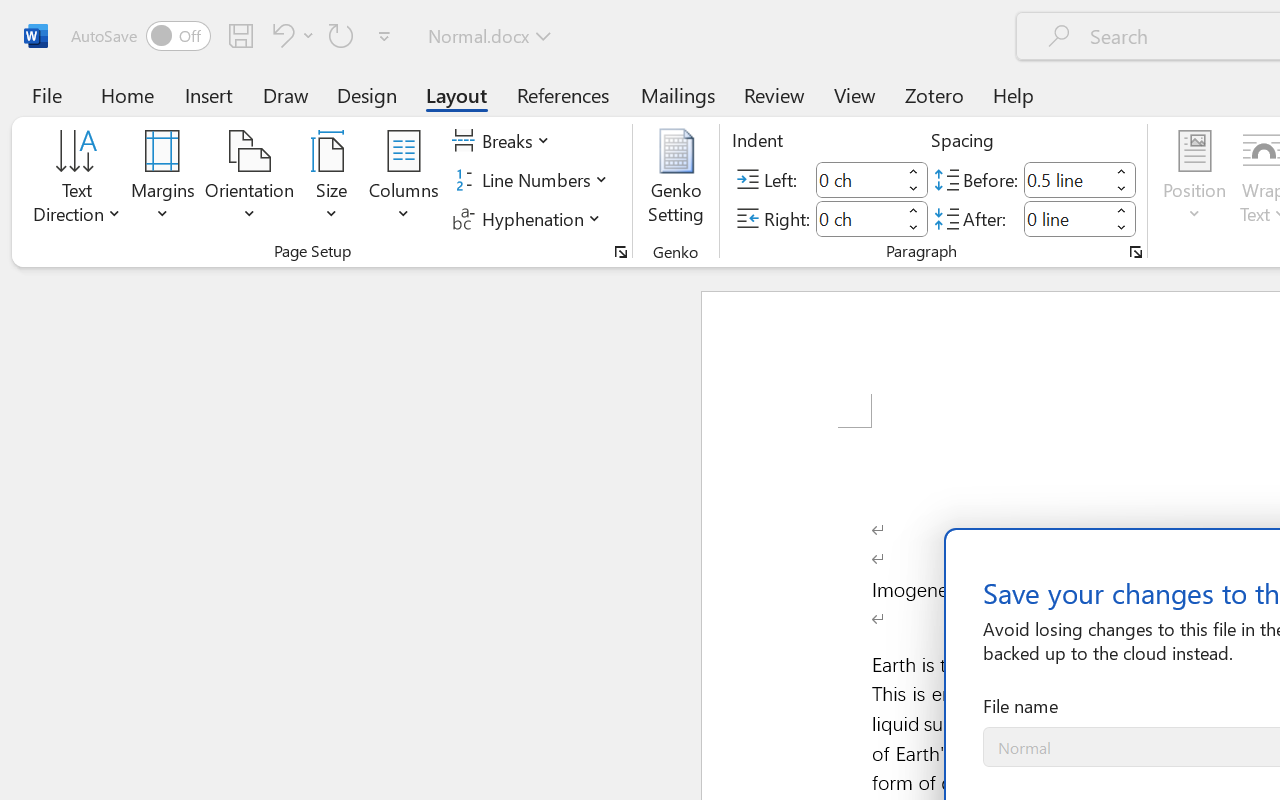  Describe the element at coordinates (1136, 251) in the screenshot. I see `'Paragraph...'` at that location.